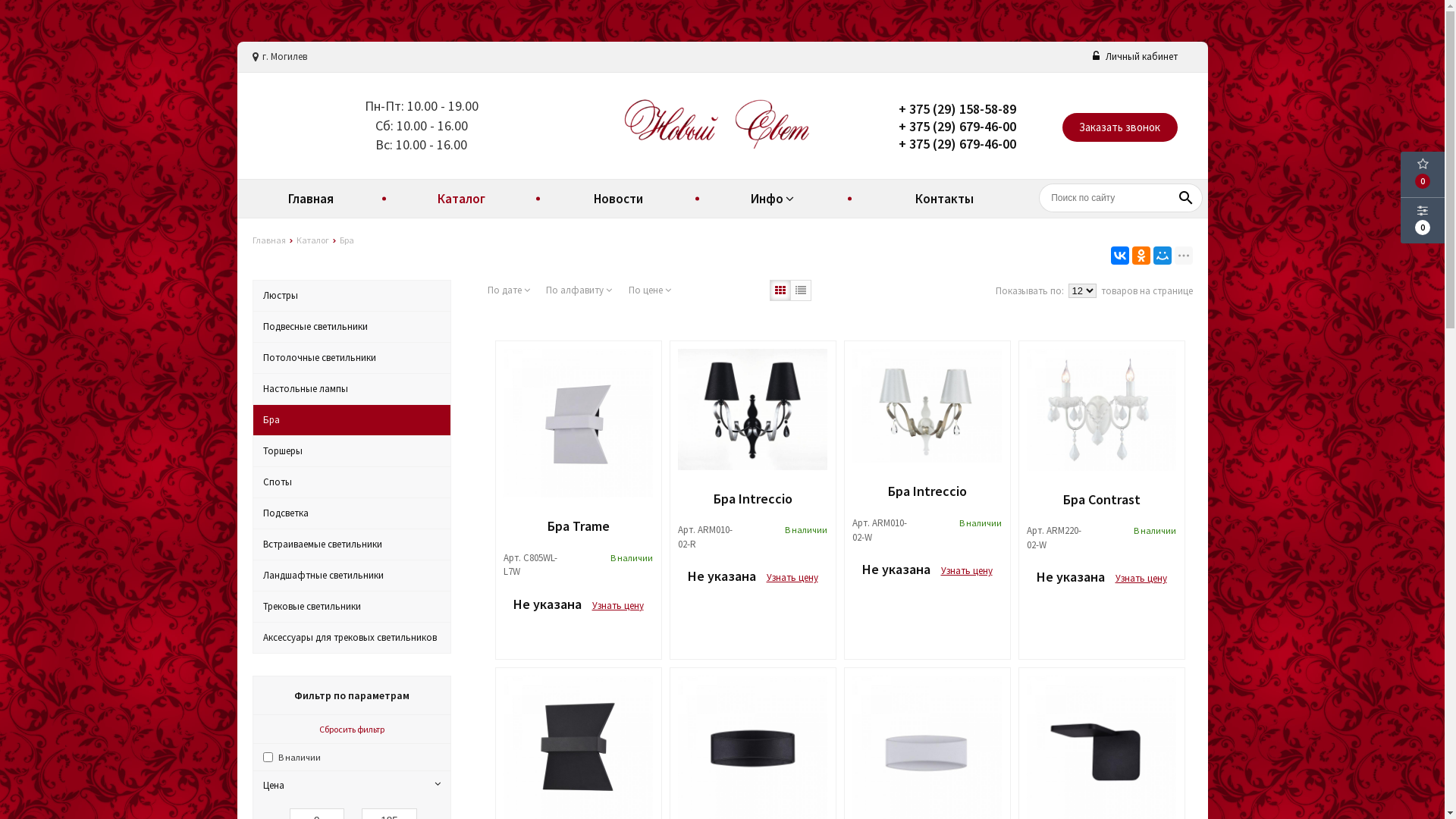 This screenshot has height=819, width=1456. I want to click on '+ 375 (29) 158-58-89', so click(956, 108).